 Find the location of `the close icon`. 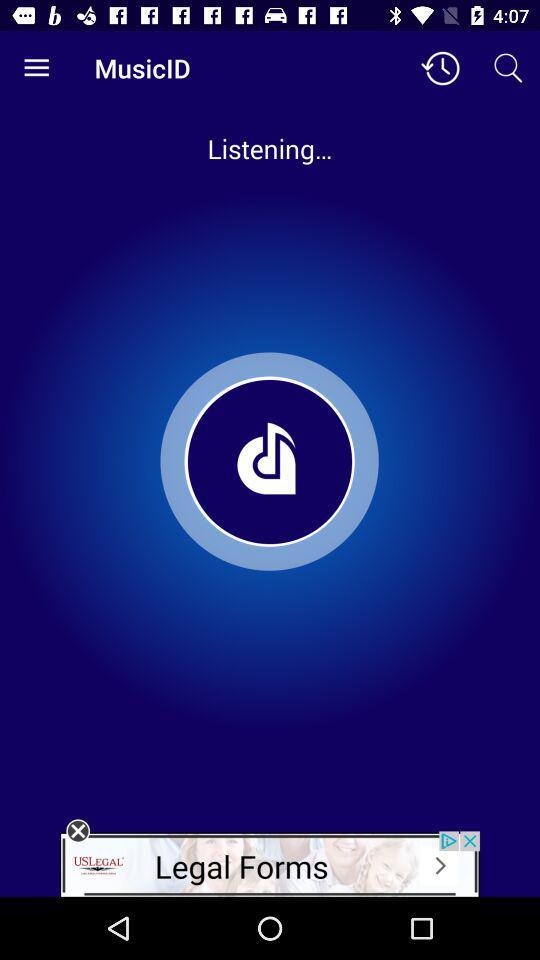

the close icon is located at coordinates (77, 831).